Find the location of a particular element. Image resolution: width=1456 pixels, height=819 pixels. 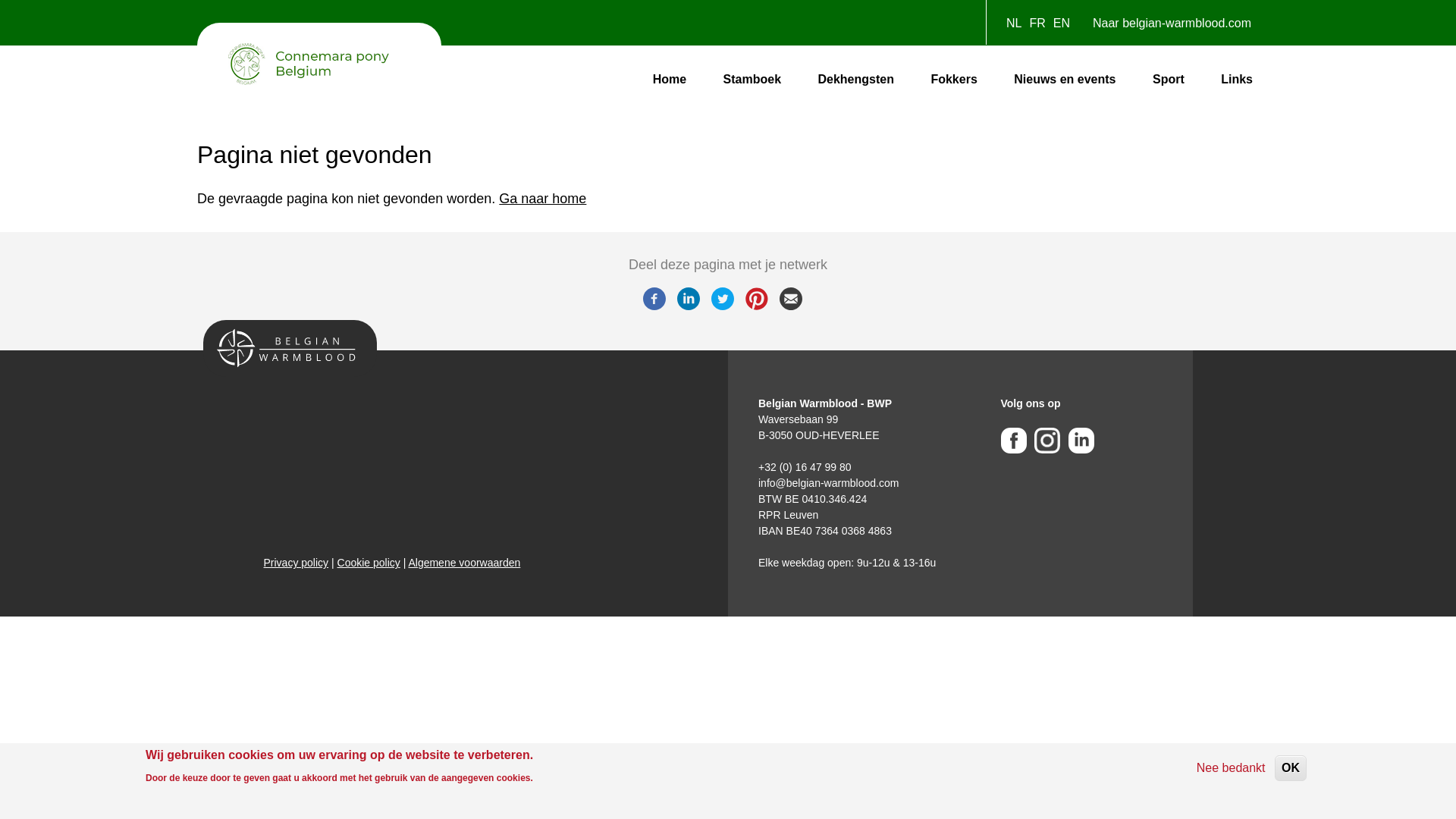

'OK' is located at coordinates (1274, 768).